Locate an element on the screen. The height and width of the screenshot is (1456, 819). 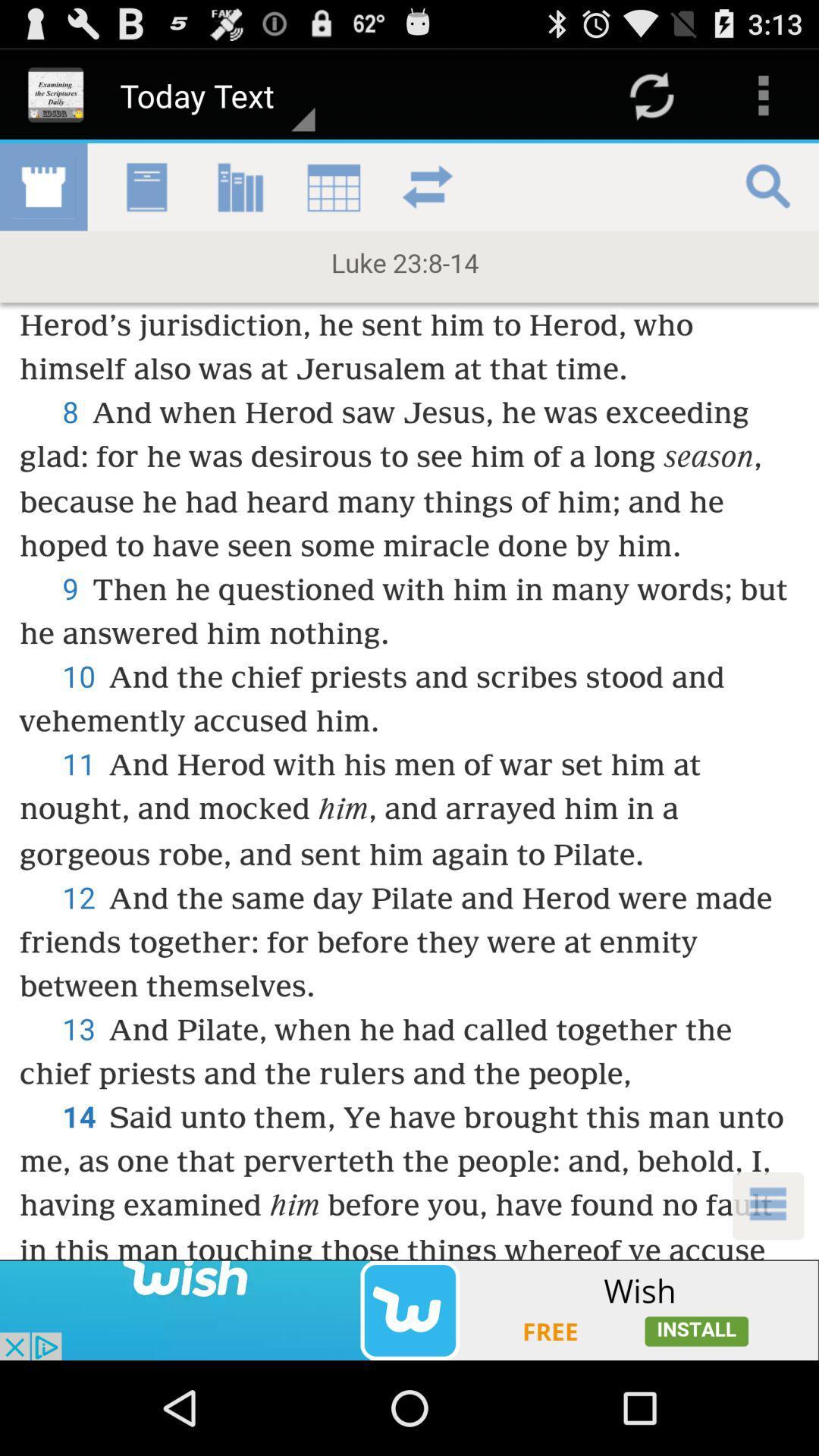
read text is located at coordinates (409, 701).